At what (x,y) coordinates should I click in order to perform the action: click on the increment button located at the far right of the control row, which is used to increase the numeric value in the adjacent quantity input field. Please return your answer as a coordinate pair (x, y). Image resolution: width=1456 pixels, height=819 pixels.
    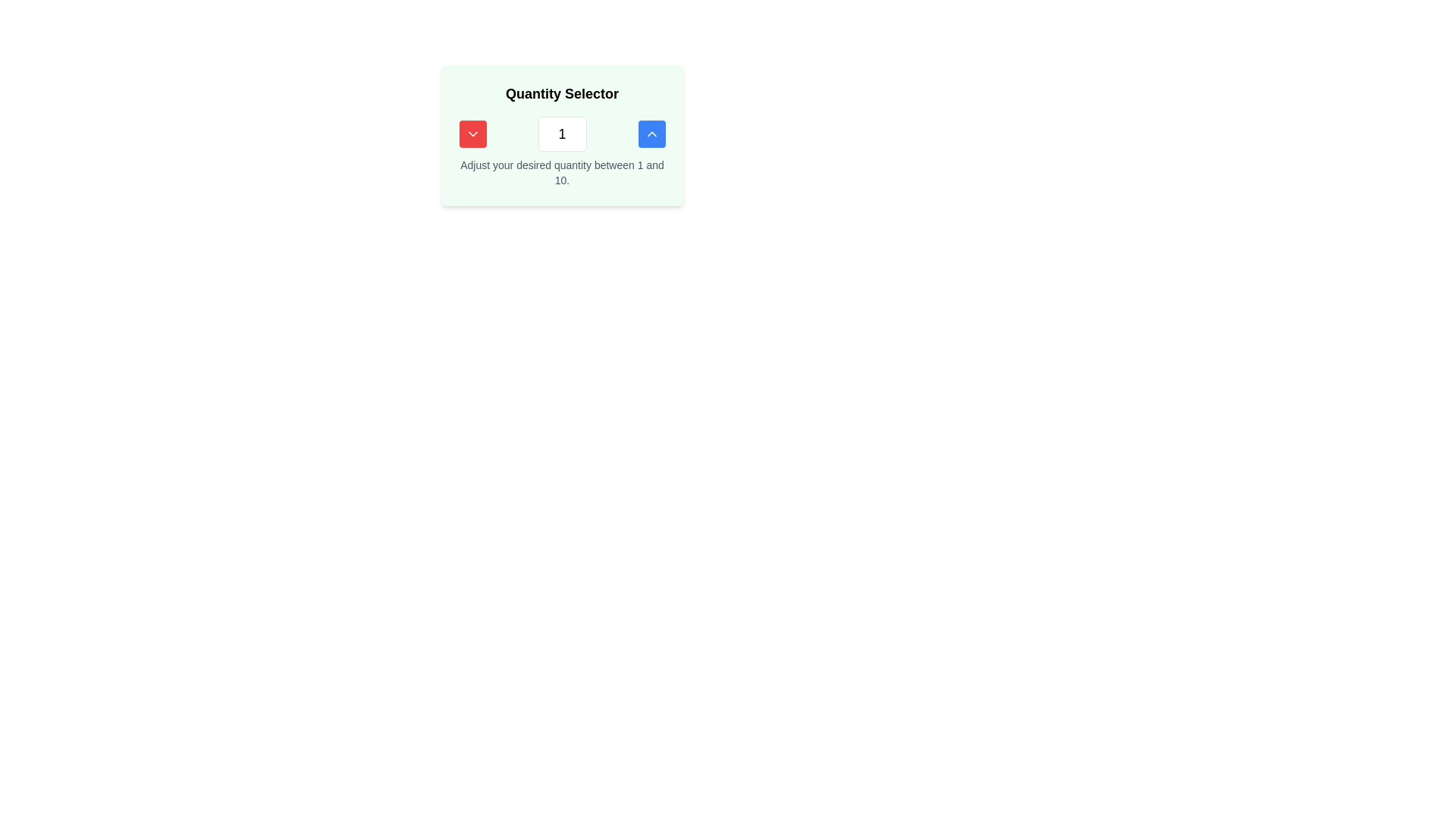
    Looking at the image, I should click on (651, 133).